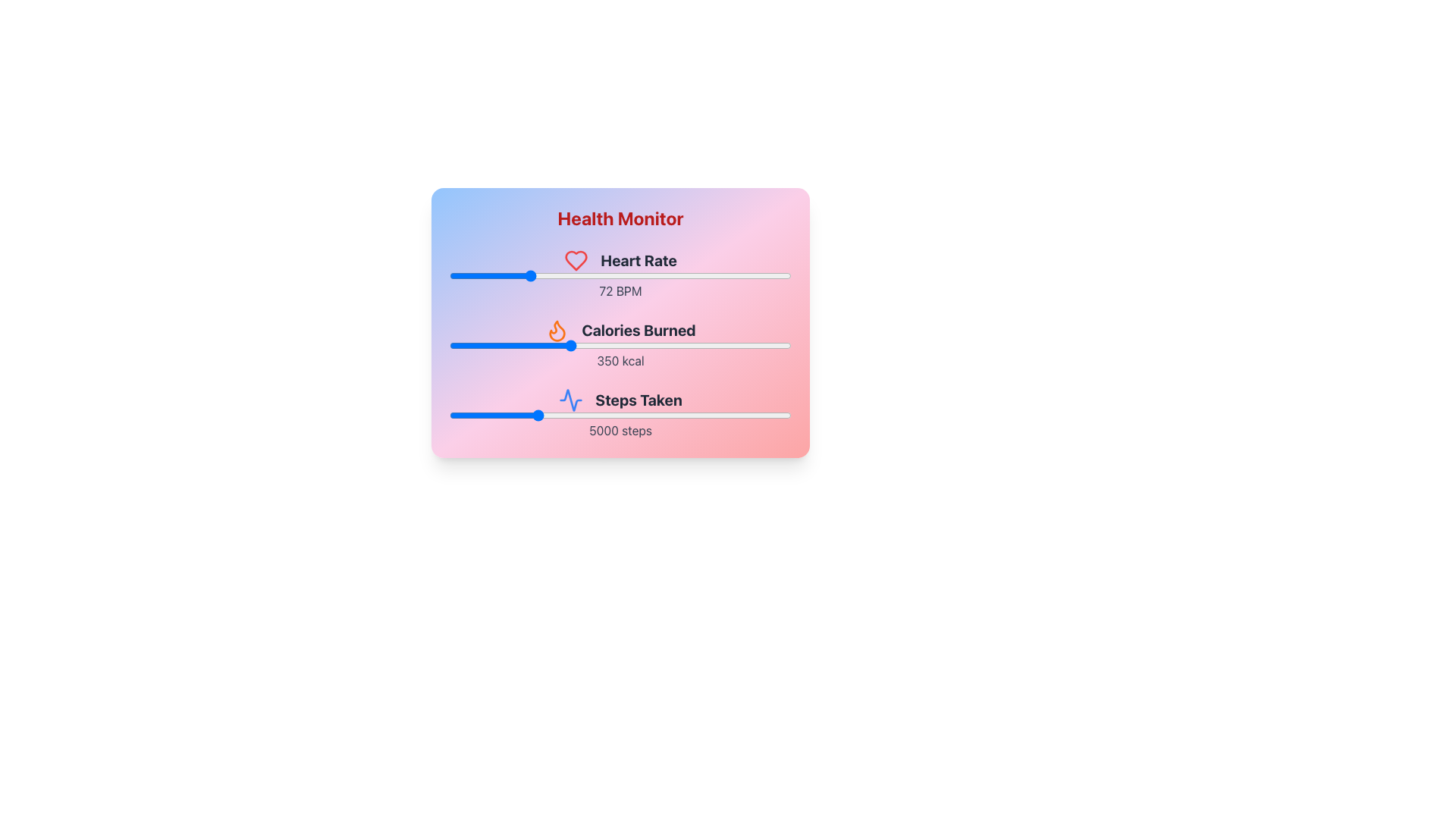 The height and width of the screenshot is (819, 1456). I want to click on the heart rate icon, which is a visual representation of the heart rate metric located to the left of the text 'Heart Rate' in the top section of the interface, so click(576, 259).